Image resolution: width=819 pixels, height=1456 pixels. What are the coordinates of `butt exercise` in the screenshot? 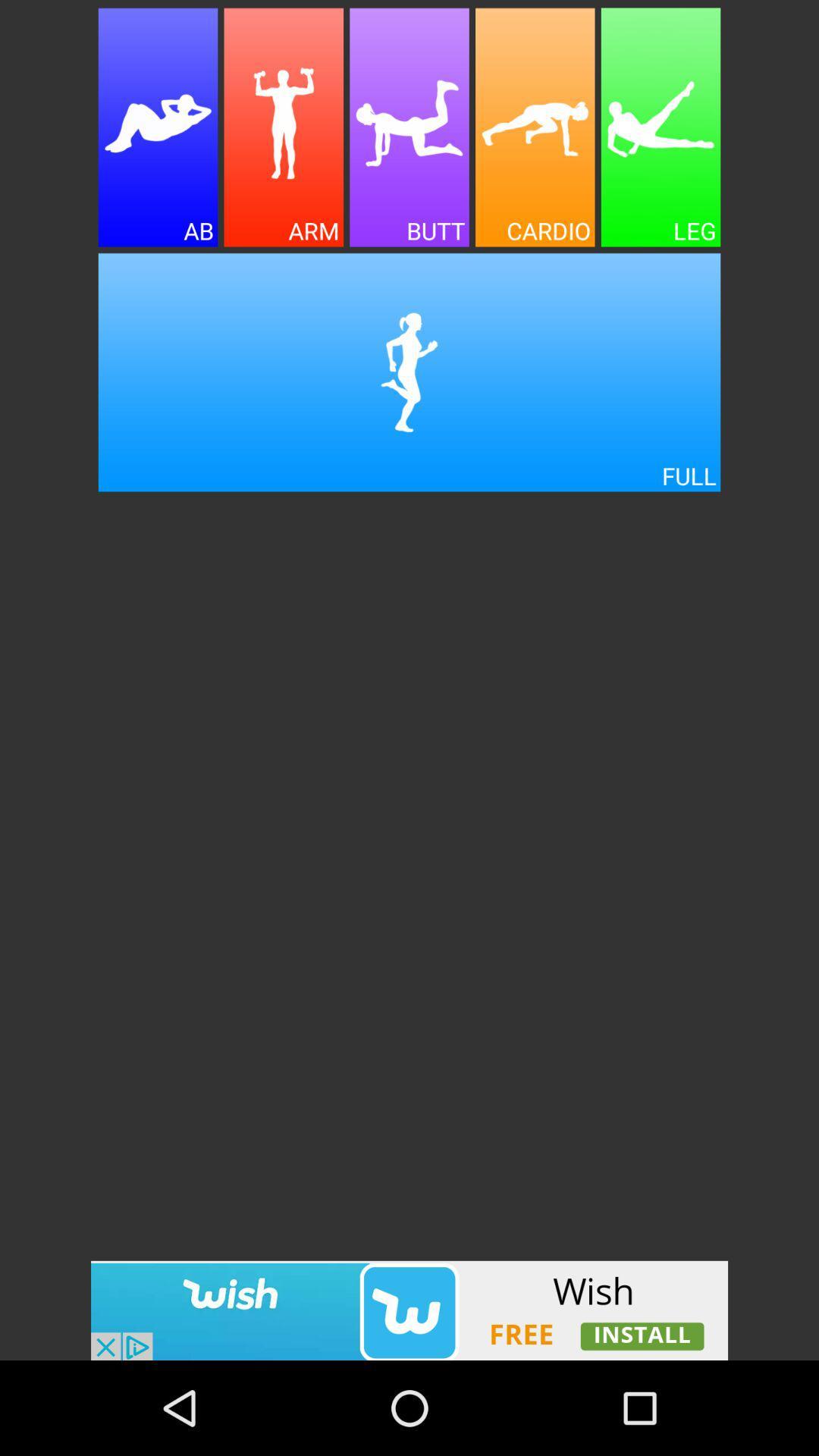 It's located at (409, 127).